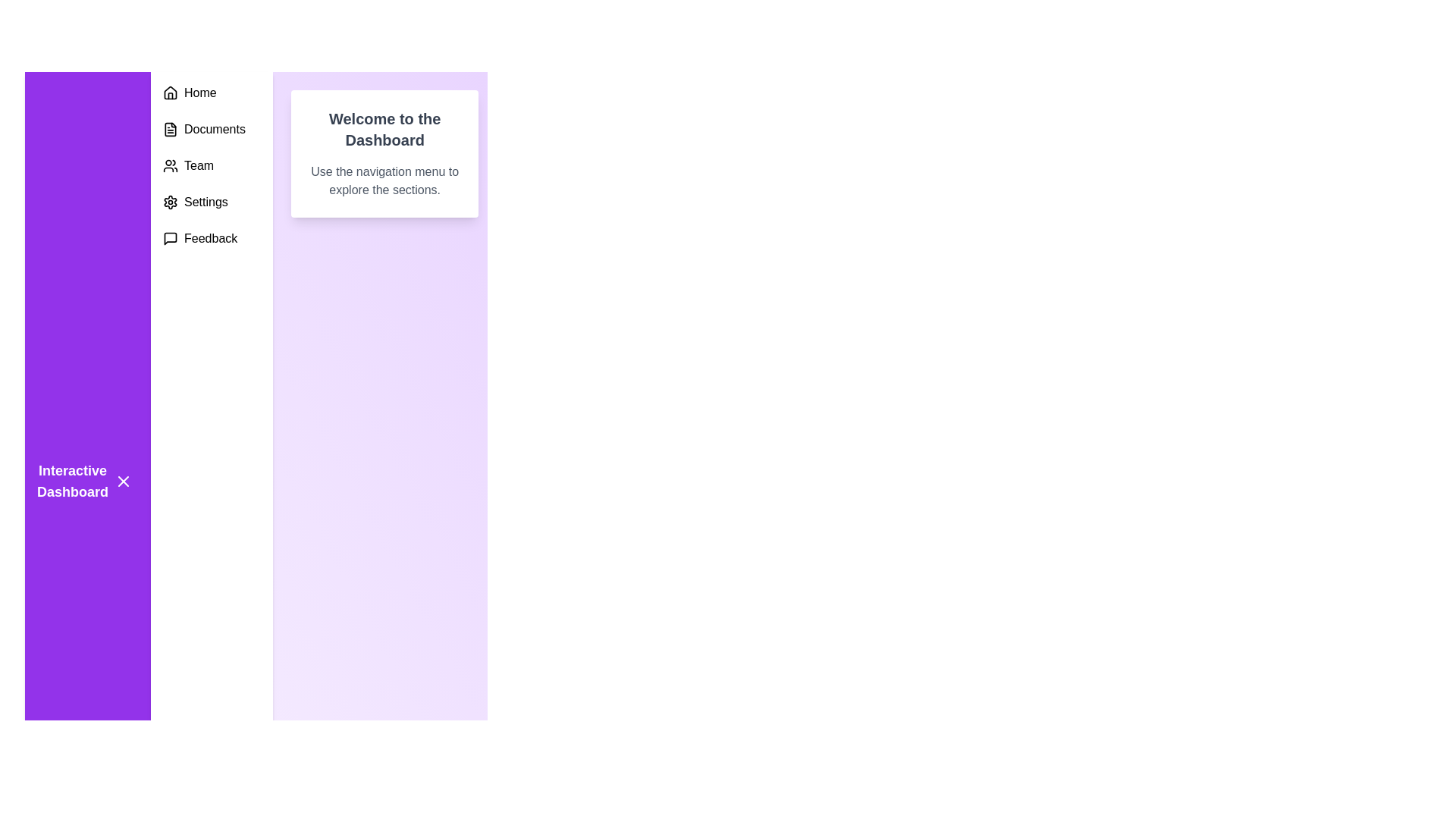 The image size is (1456, 819). I want to click on the Static informational card located at the top center of the main content area, which serves as an introductory message for users of the dashboard, so click(384, 154).